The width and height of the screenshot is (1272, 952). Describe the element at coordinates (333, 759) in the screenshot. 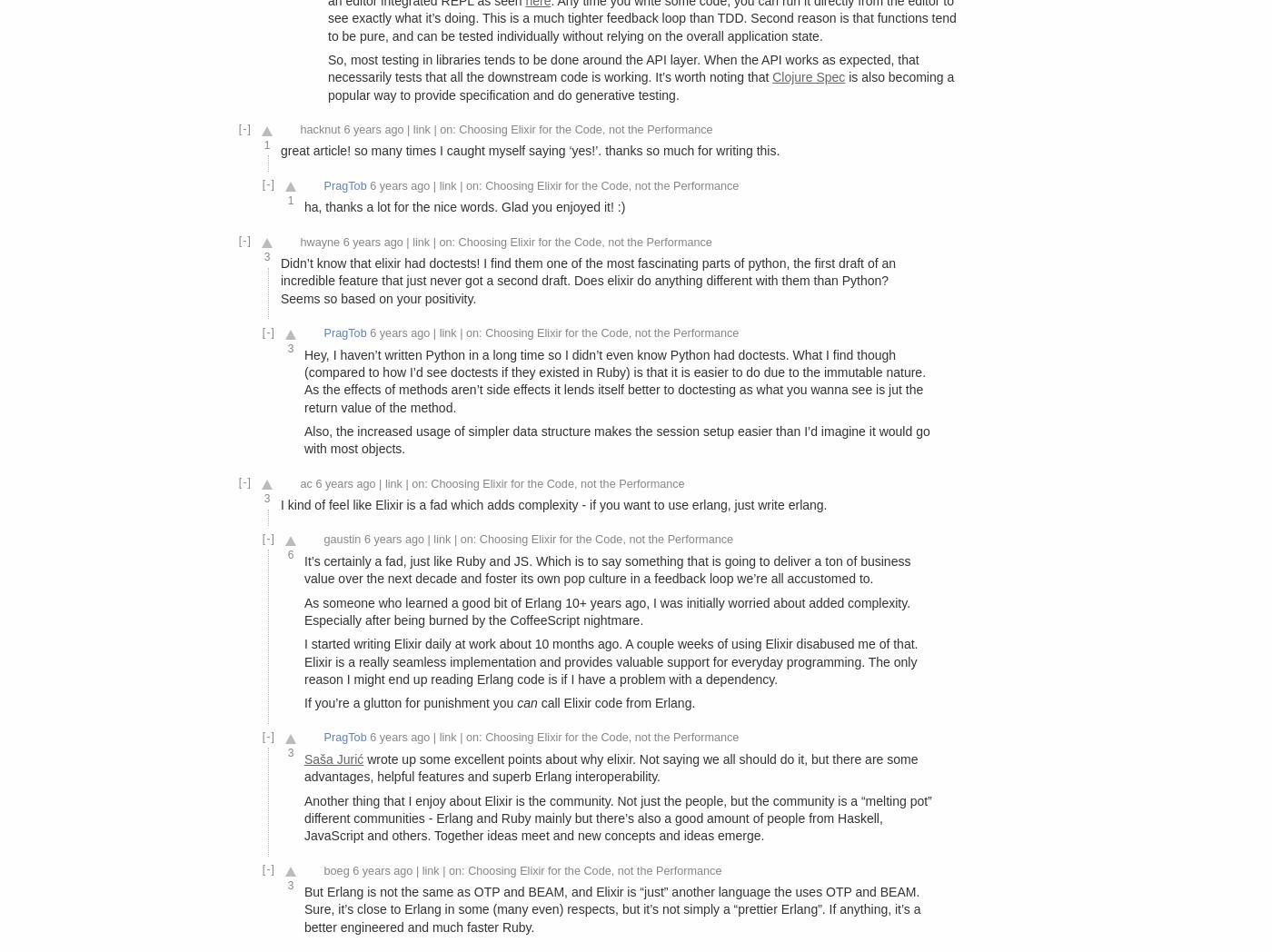

I see `'Saša Jurić'` at that location.